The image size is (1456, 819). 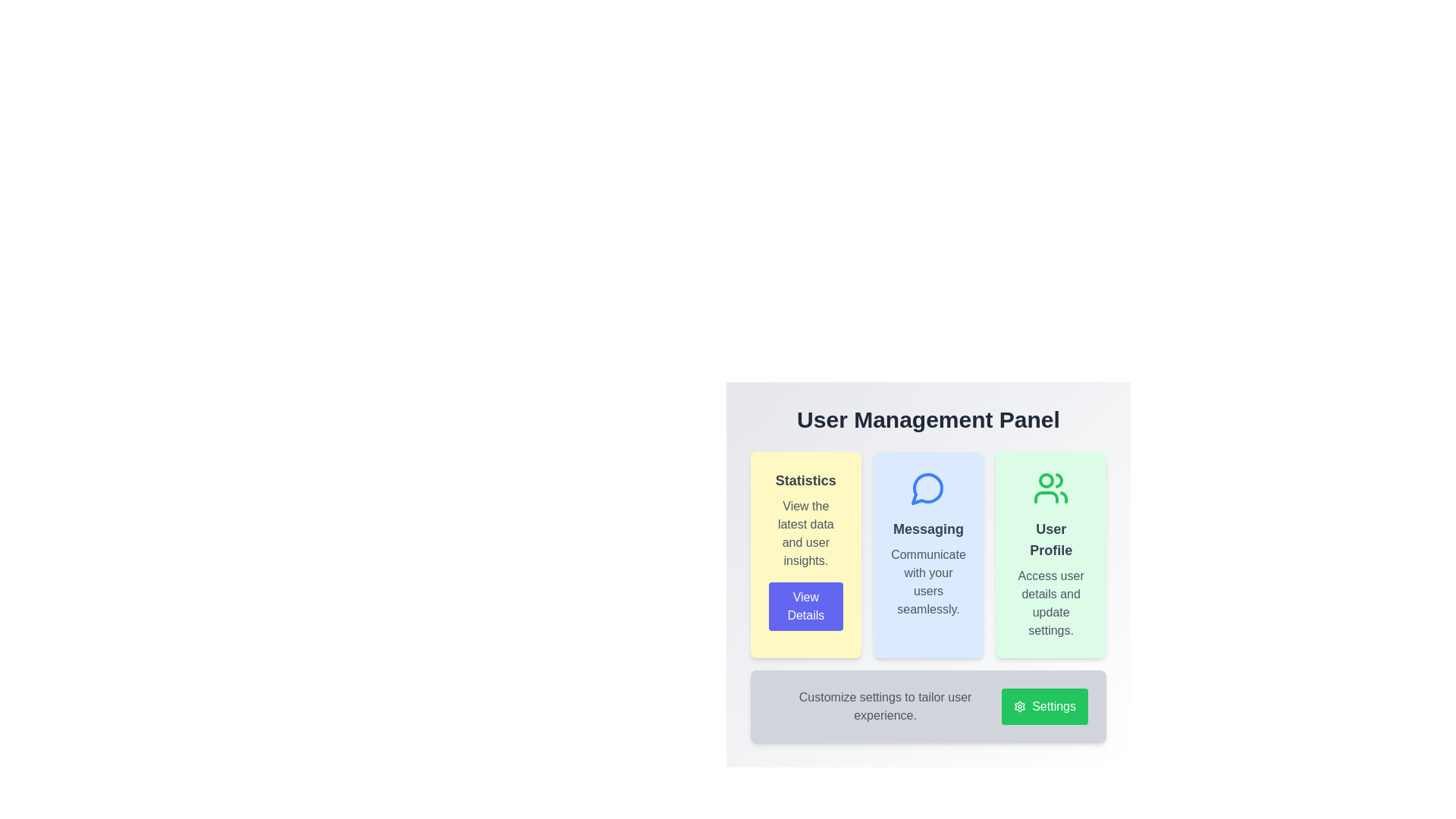 I want to click on the Circular SVG element that serves as a decorative detail in the user profile icon located in the third column of the top row of the UI grid, so click(x=1046, y=480).